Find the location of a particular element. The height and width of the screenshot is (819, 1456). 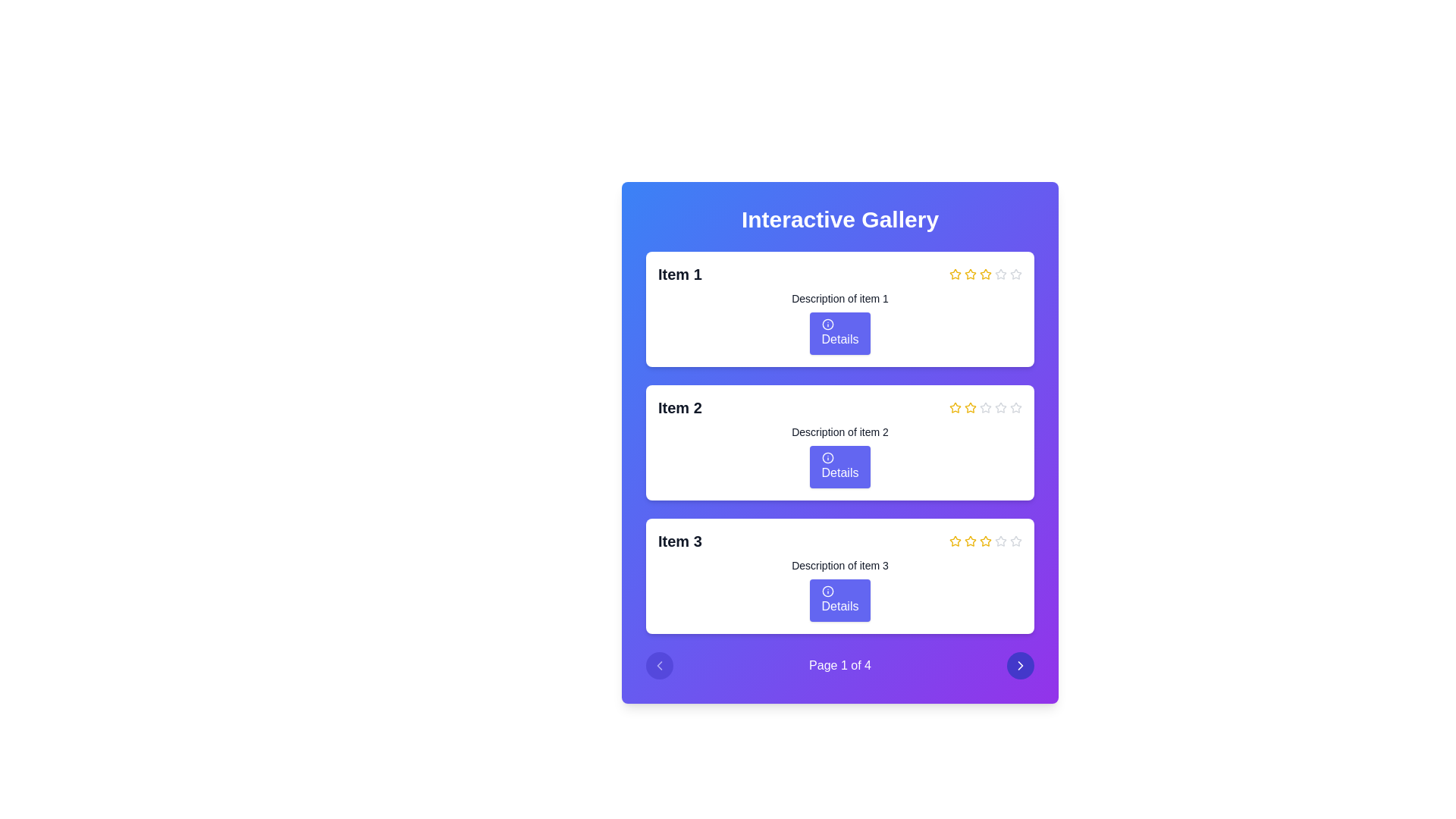

the second star icon in the rating group to set a rating is located at coordinates (953, 406).